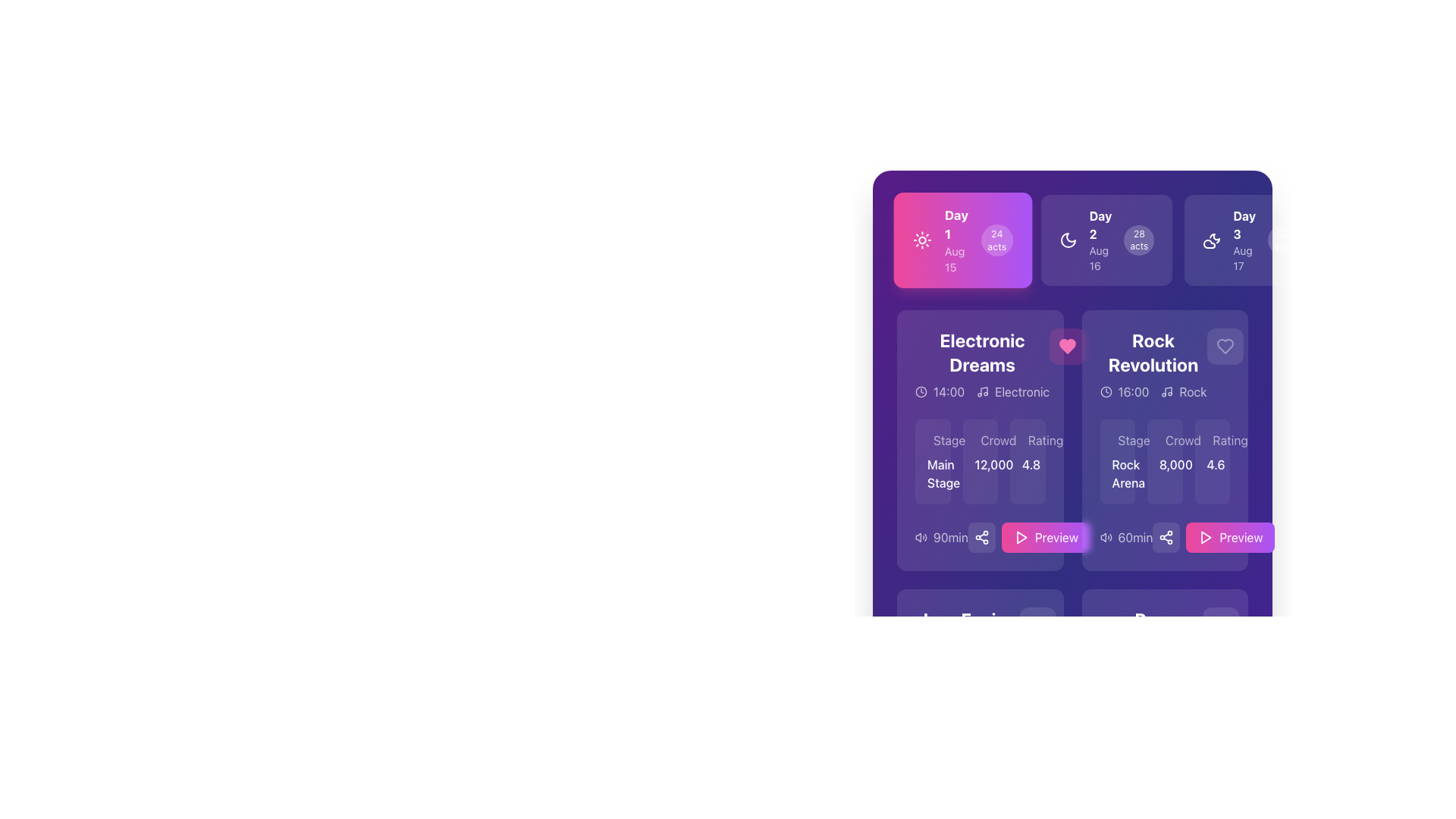  Describe the element at coordinates (1045, 441) in the screenshot. I see `the 'Rating' text label located at the top-right corner of the right card, which is positioned below the section title and above the rating number` at that location.